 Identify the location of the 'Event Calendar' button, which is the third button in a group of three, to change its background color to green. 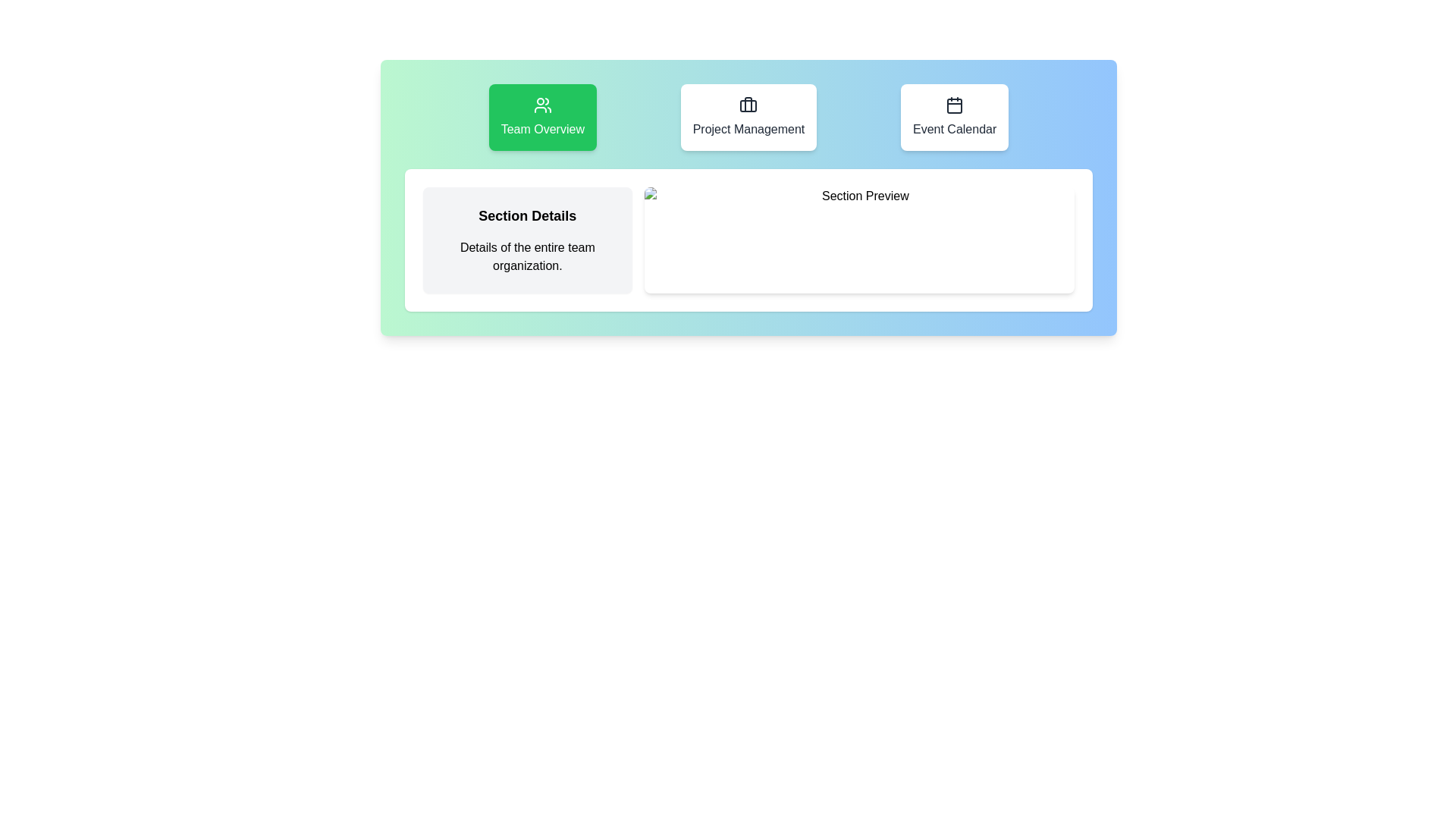
(954, 116).